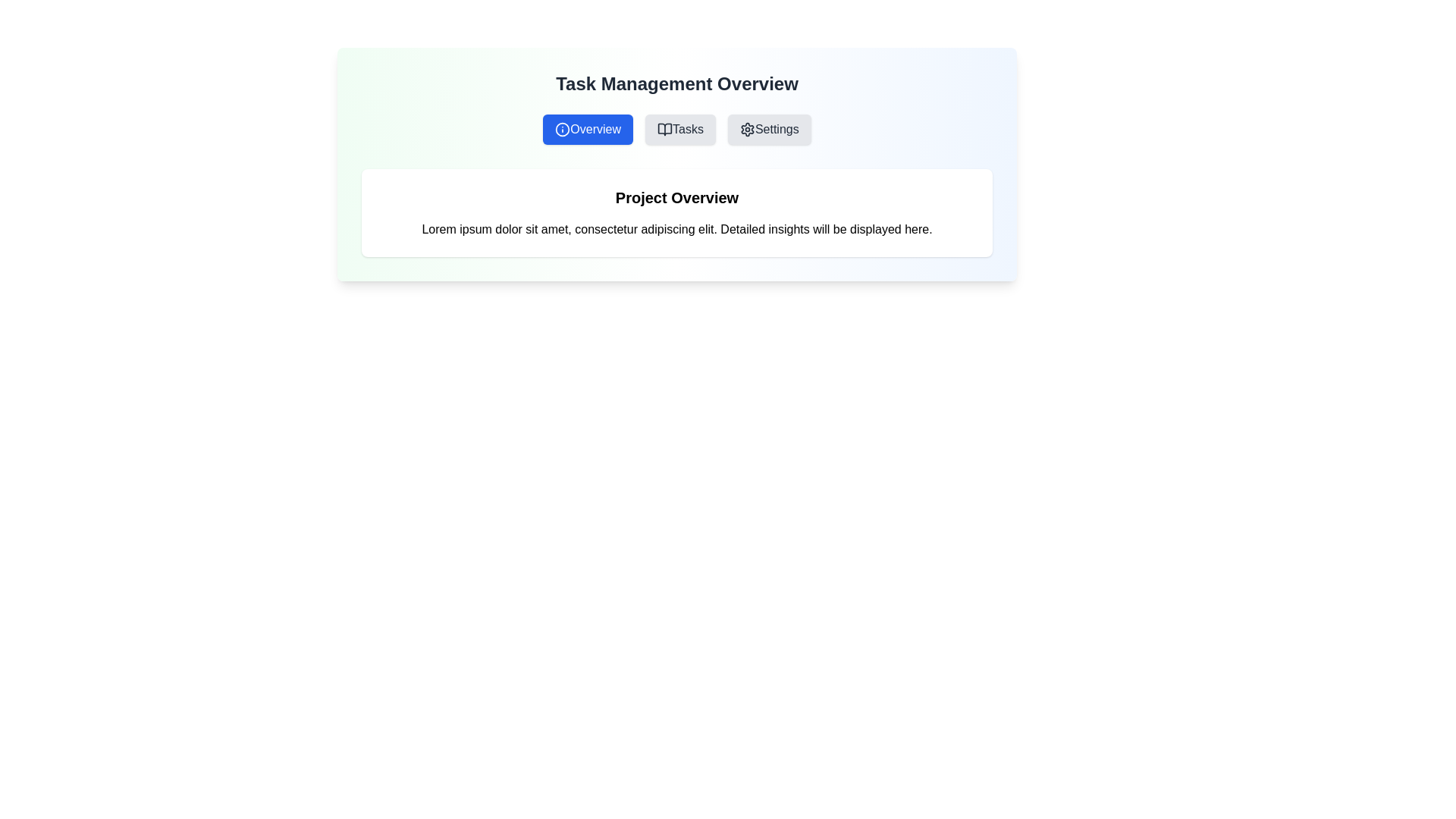  What do you see at coordinates (676, 128) in the screenshot?
I see `the Tasks button on the navigation bar located below the title 'Task Management Overview'` at bounding box center [676, 128].